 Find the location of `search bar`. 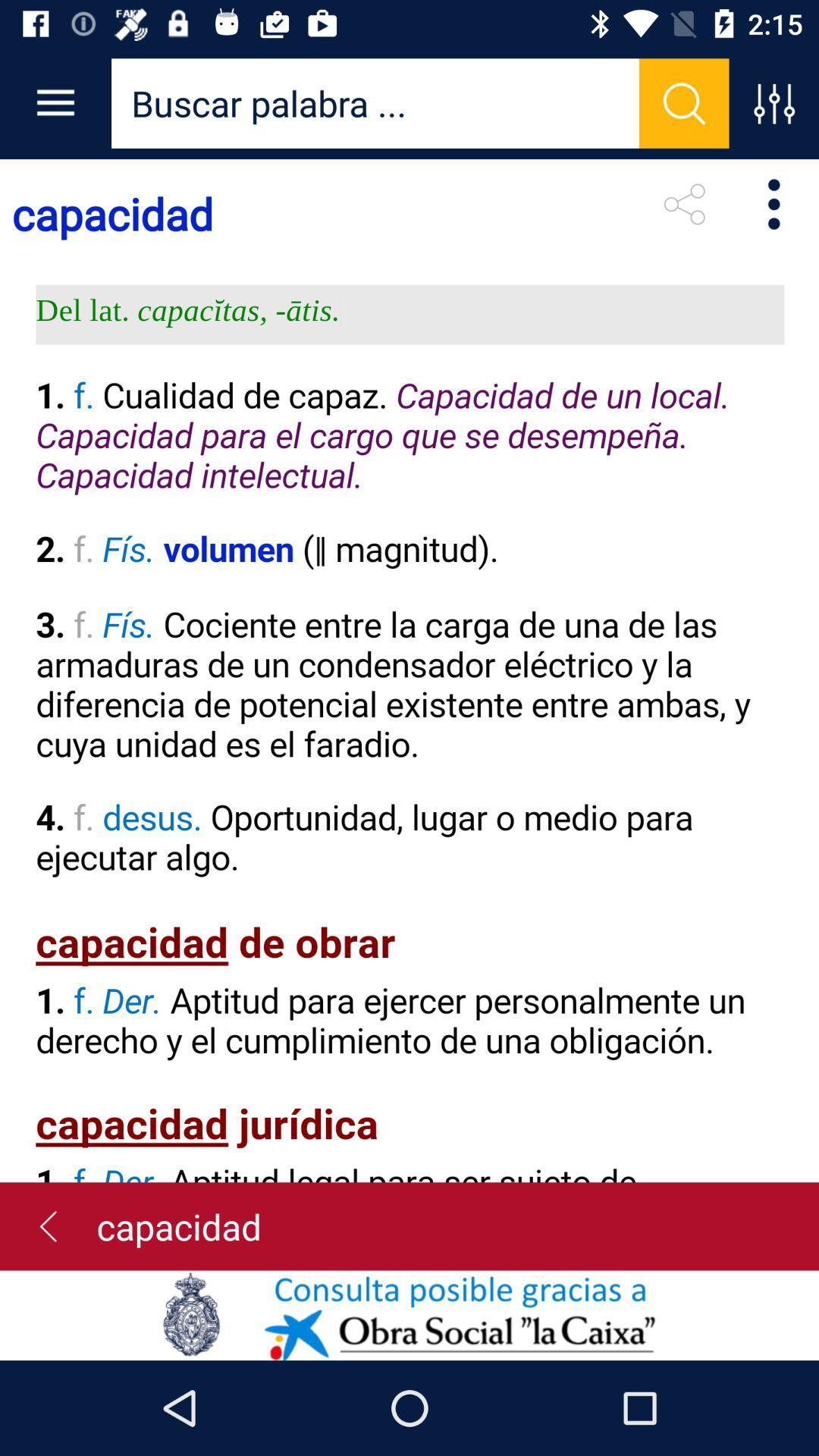

search bar is located at coordinates (375, 102).